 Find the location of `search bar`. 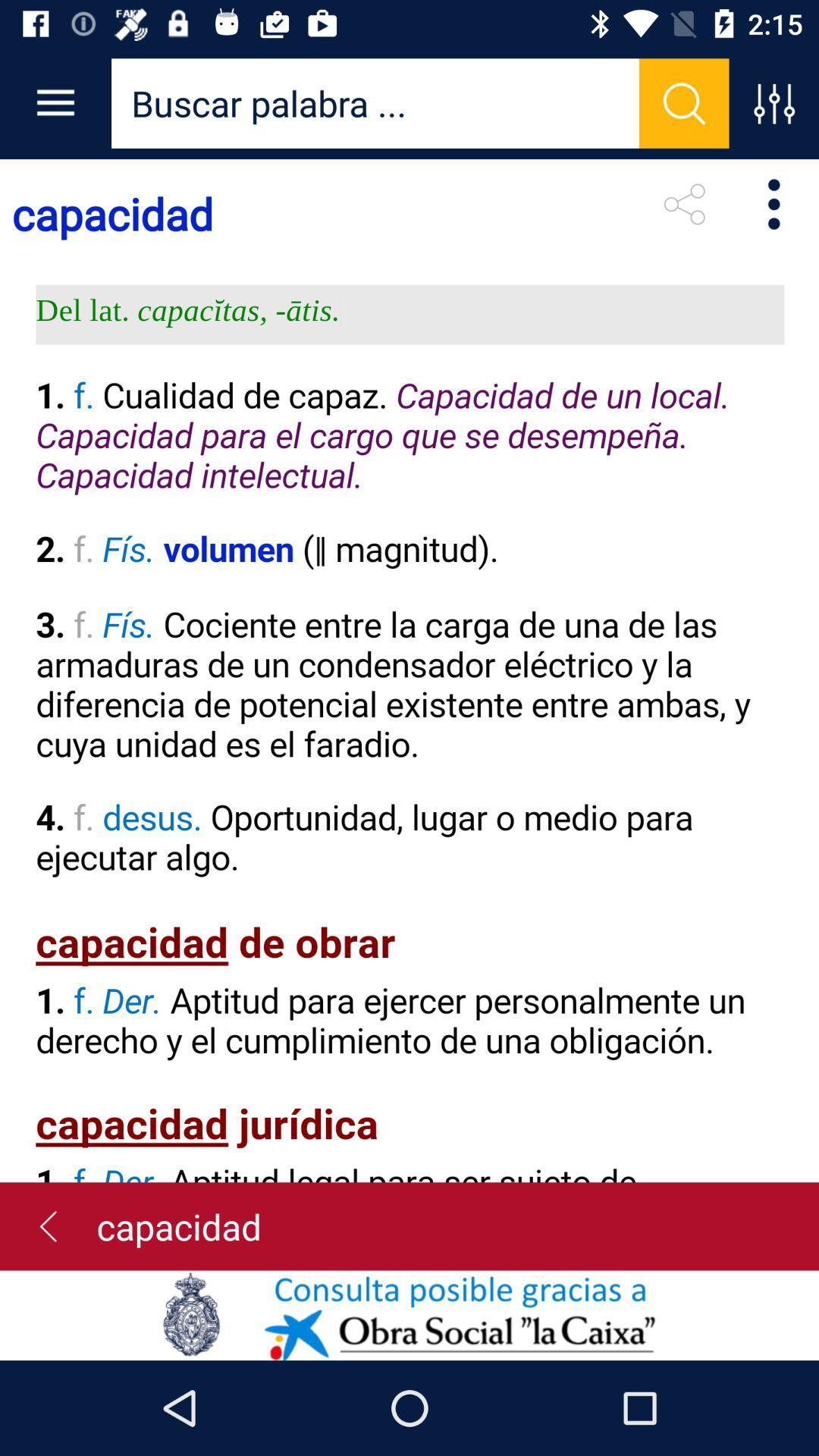

search bar is located at coordinates (375, 102).